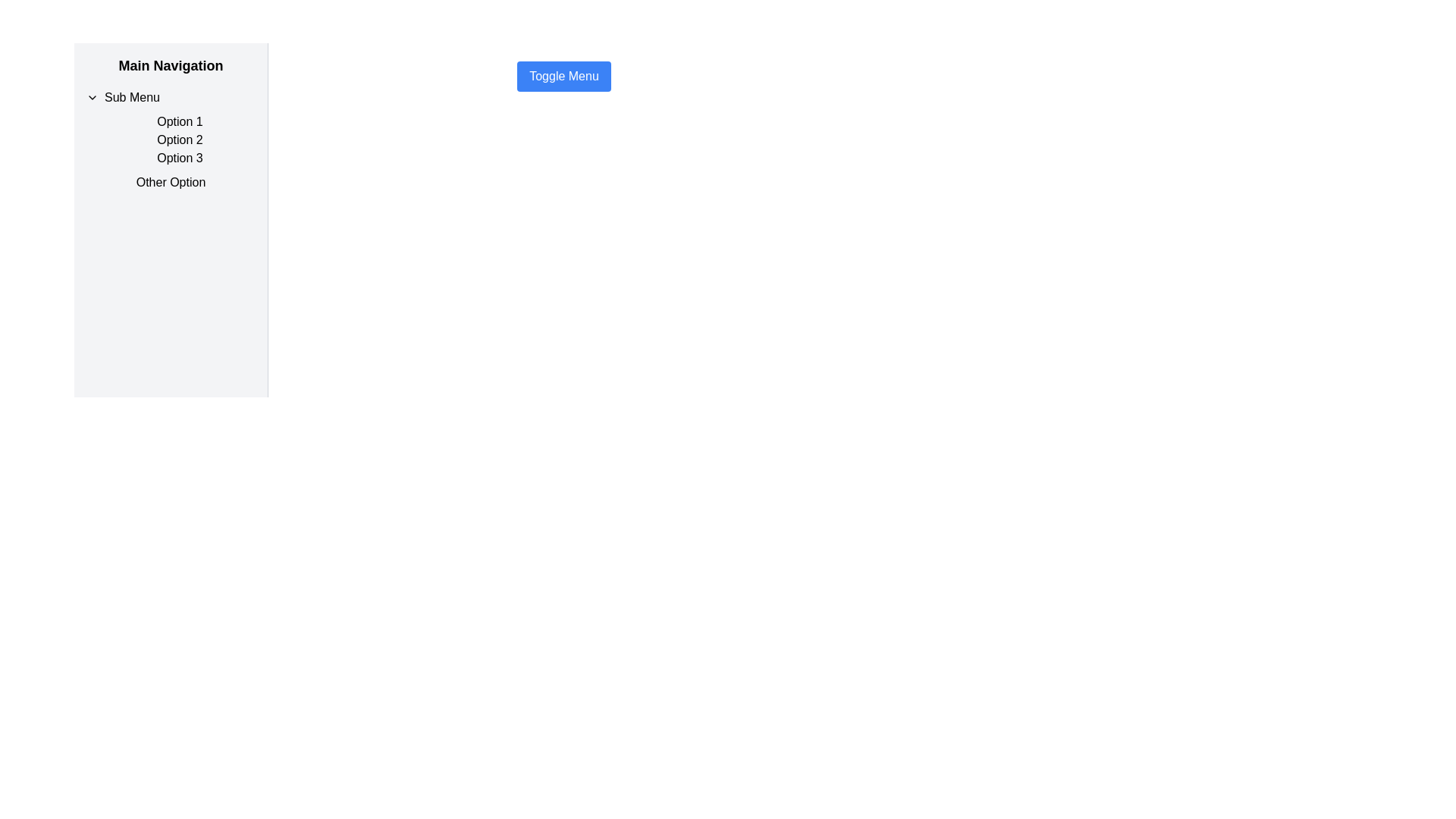  I want to click on the 'Option 2' menu item located in the left-side navigation panel, which is the second item in the list under the 'Sub Menu' title, so click(171, 140).